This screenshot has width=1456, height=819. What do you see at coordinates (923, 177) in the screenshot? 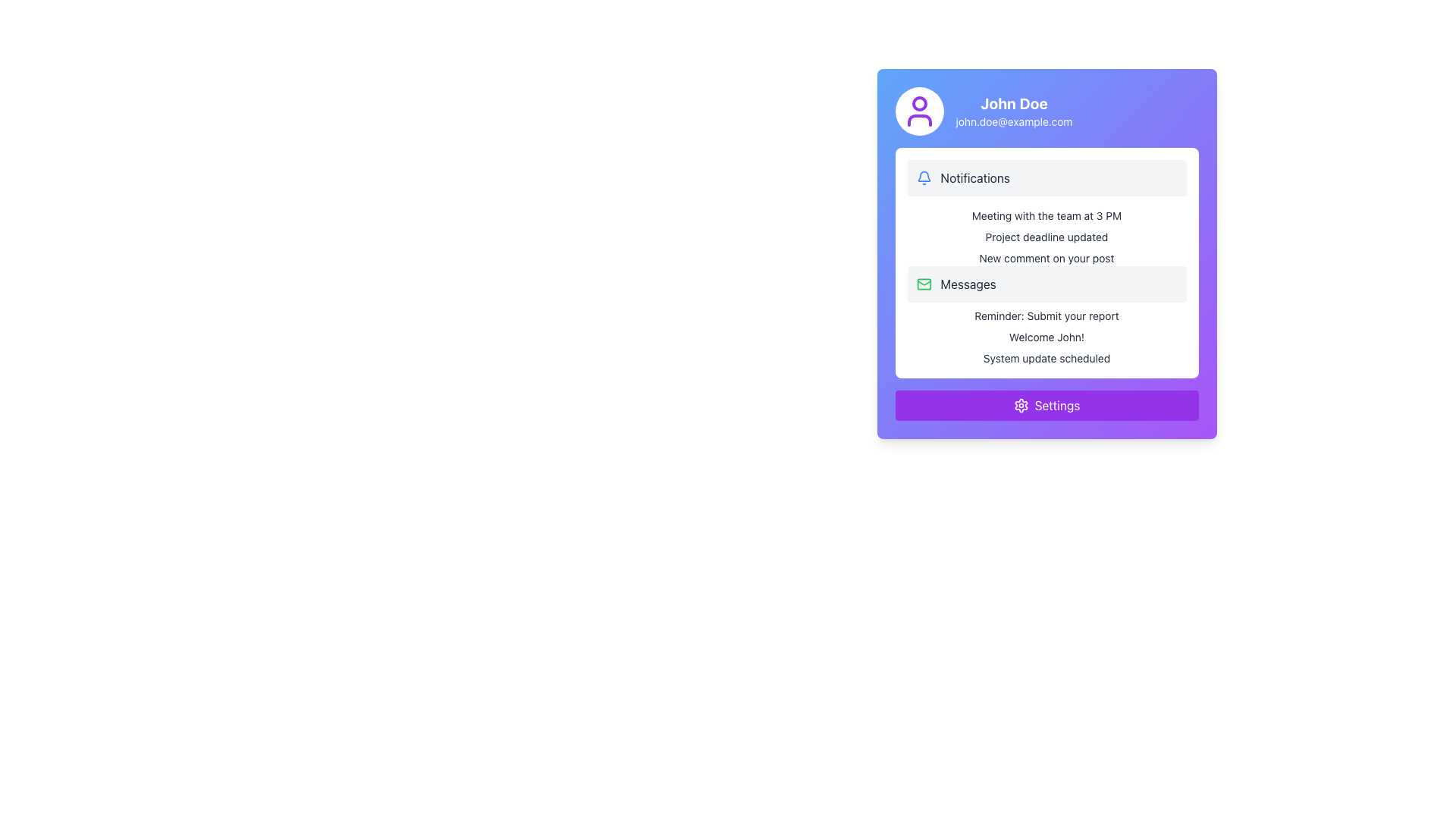
I see `the small bell-shaped icon with a blue outline located to the left of the text 'Notifications' in the Notifications section` at bounding box center [923, 177].